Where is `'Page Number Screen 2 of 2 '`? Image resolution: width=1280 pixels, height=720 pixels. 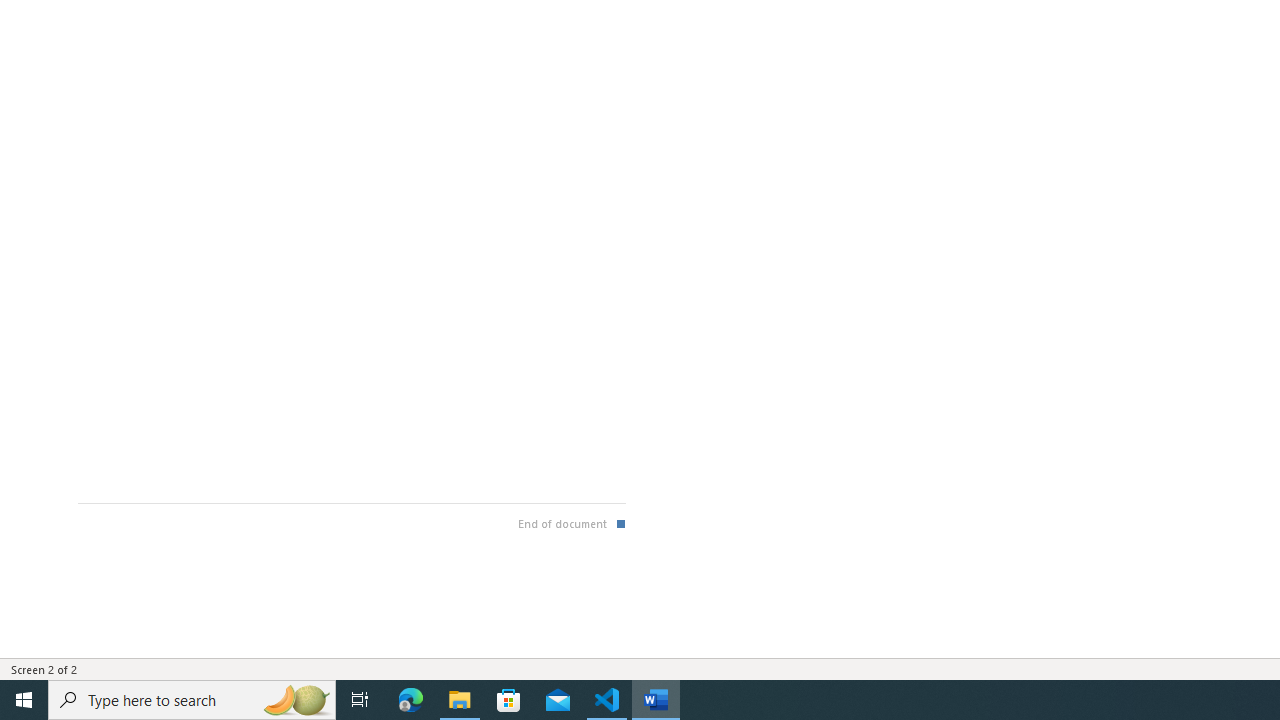
'Page Number Screen 2 of 2 ' is located at coordinates (44, 669).